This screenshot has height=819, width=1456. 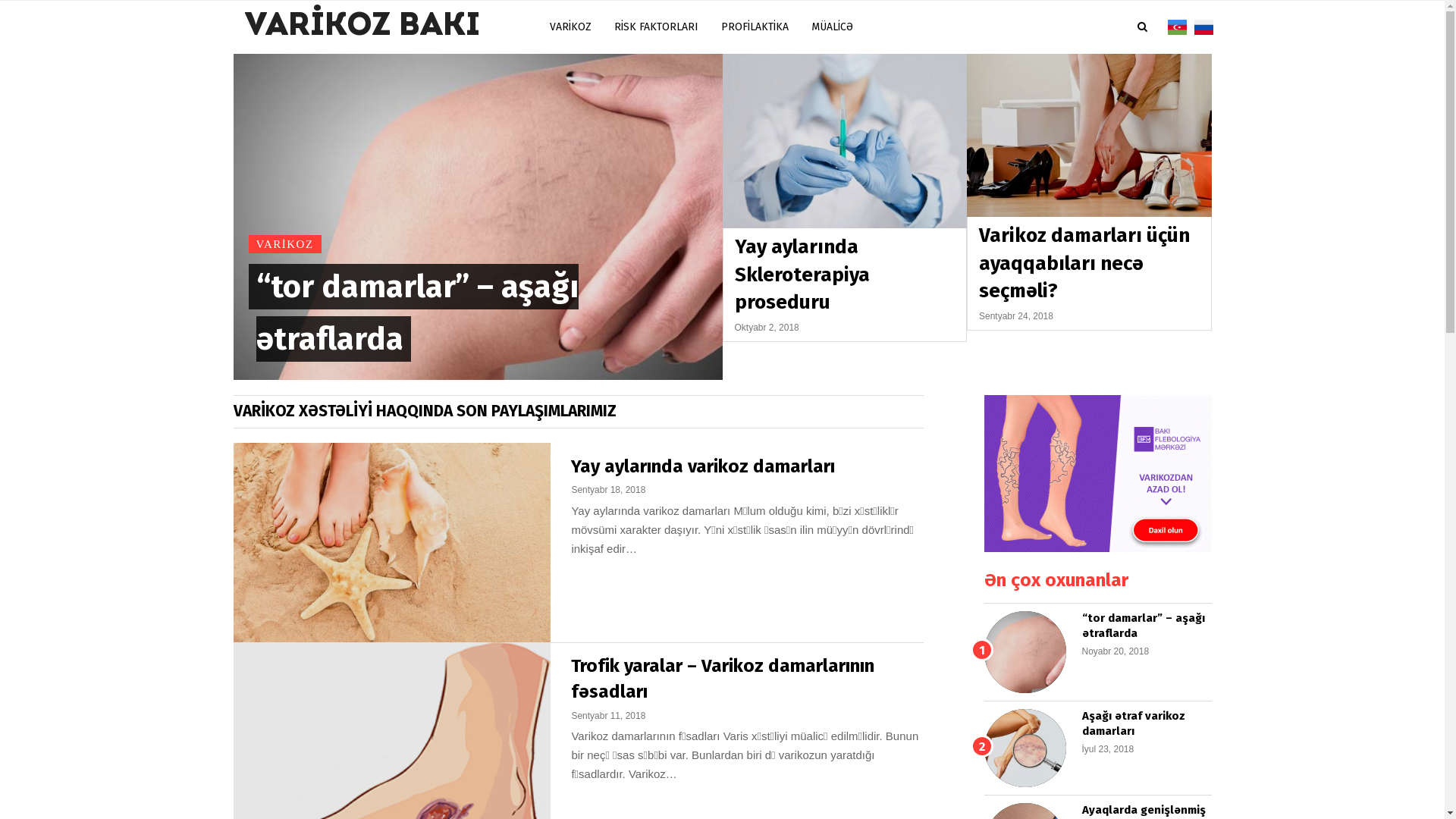 I want to click on 'VARIKOZ BAKI', so click(x=360, y=27).